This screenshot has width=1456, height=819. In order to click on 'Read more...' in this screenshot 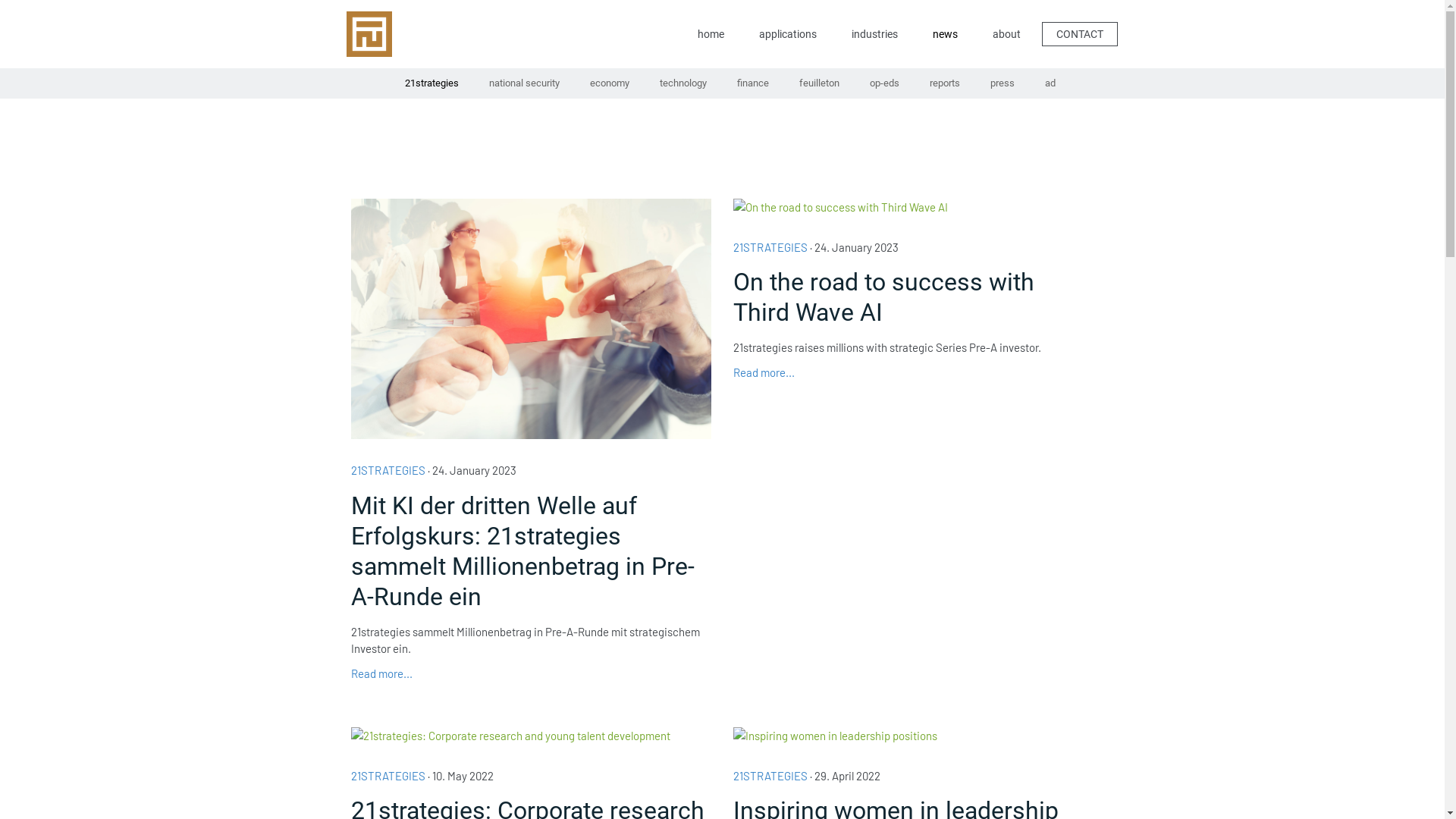, I will do `click(381, 672)`.